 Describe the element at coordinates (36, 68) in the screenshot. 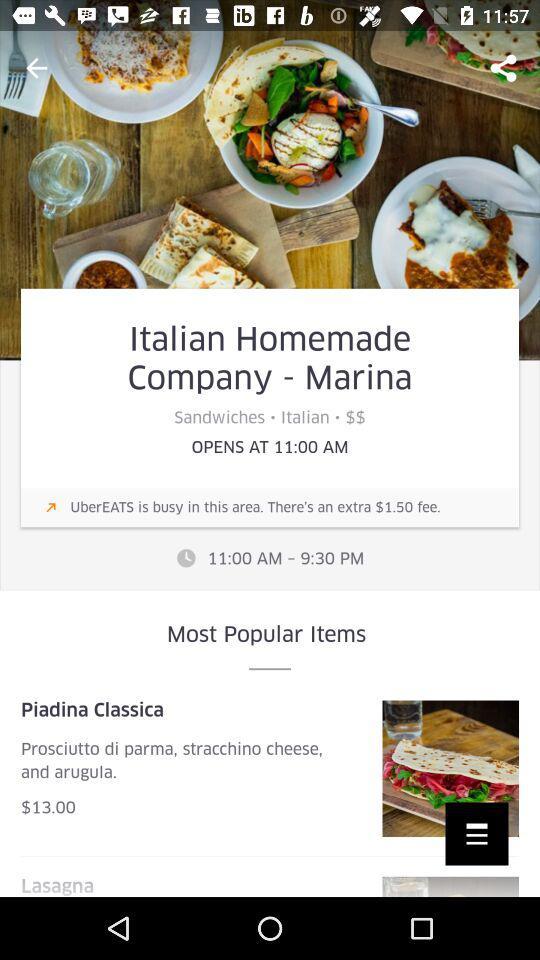

I see `the arrow_backward icon` at that location.